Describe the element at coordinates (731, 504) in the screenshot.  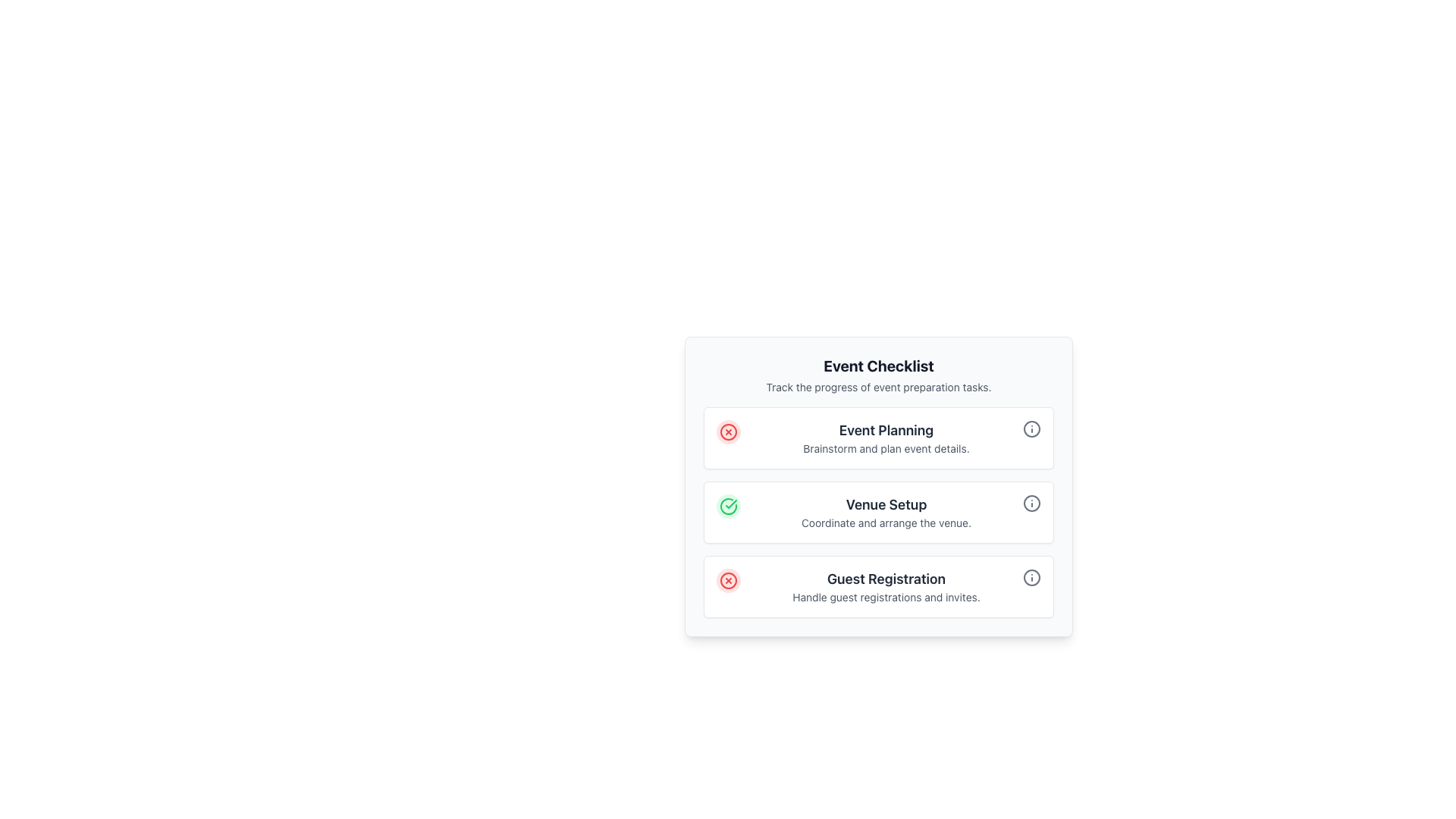
I see `the green checkmark icon in the 'Venue Setup' row of the Event Checklist, which signifies completion or affirmation` at that location.